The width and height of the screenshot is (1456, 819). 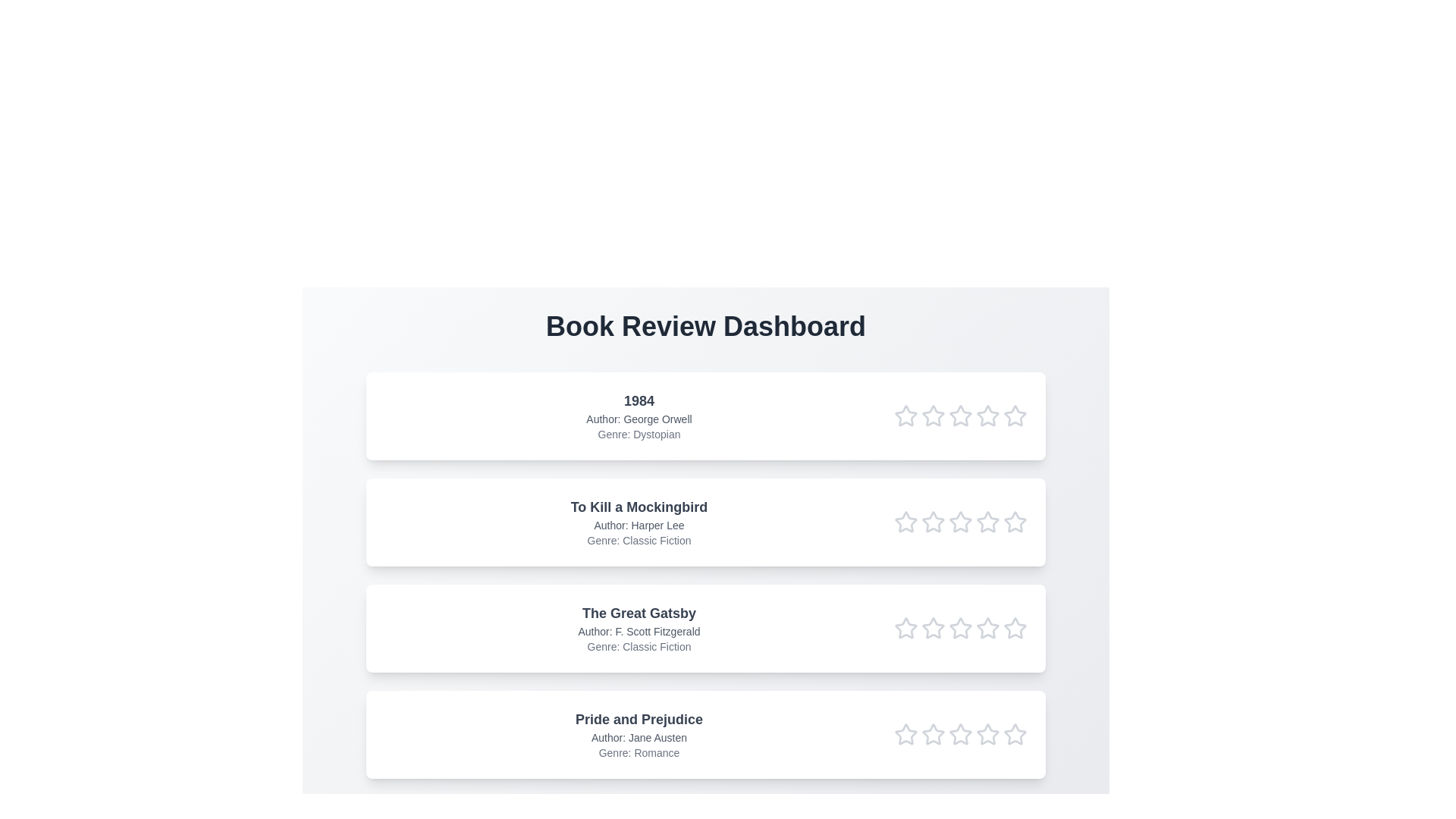 What do you see at coordinates (987, 733) in the screenshot?
I see `the star corresponding to 4 in the rating row of the book titled Pride and Prejudice` at bounding box center [987, 733].